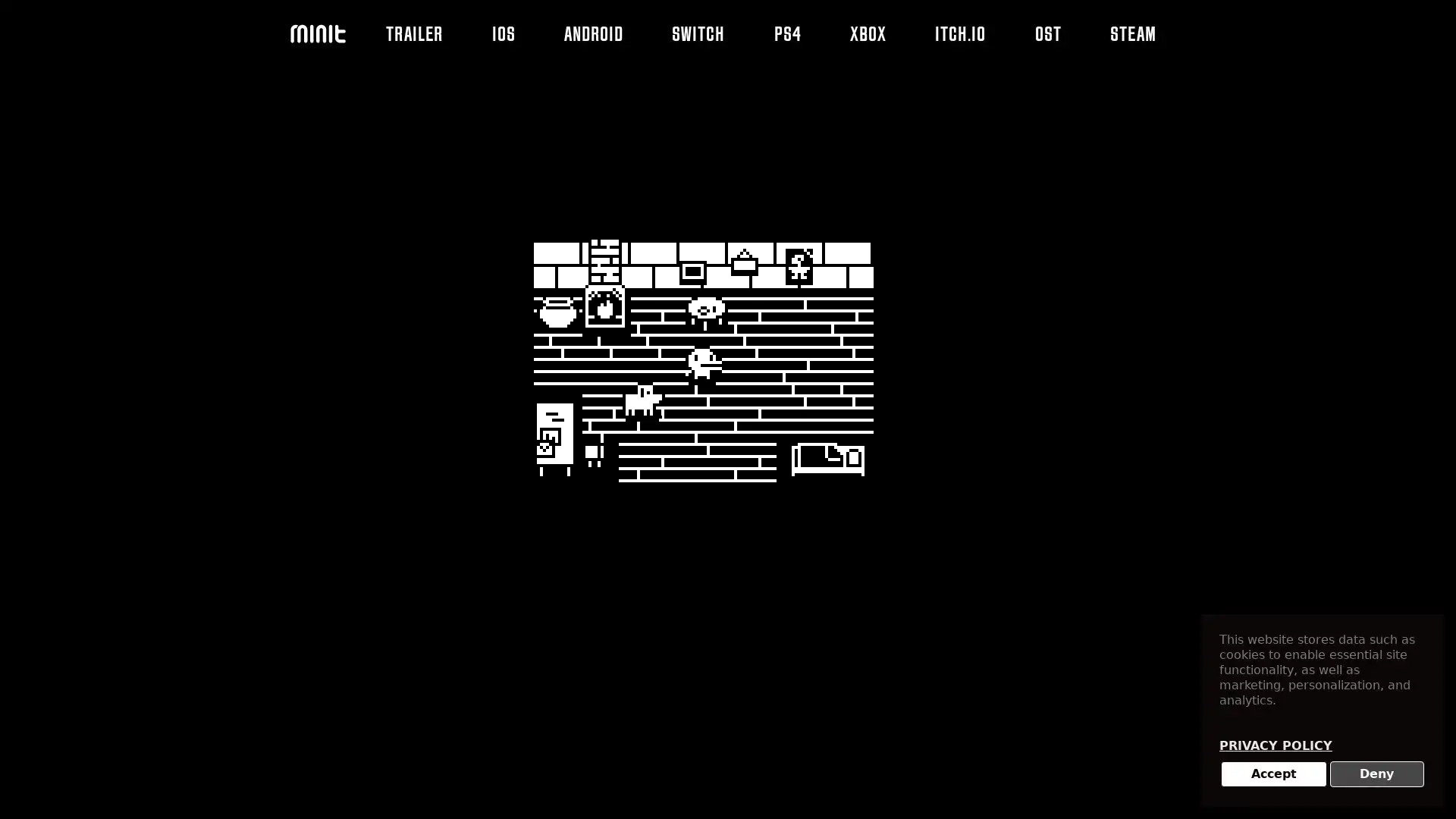  I want to click on Accept, so click(1273, 774).